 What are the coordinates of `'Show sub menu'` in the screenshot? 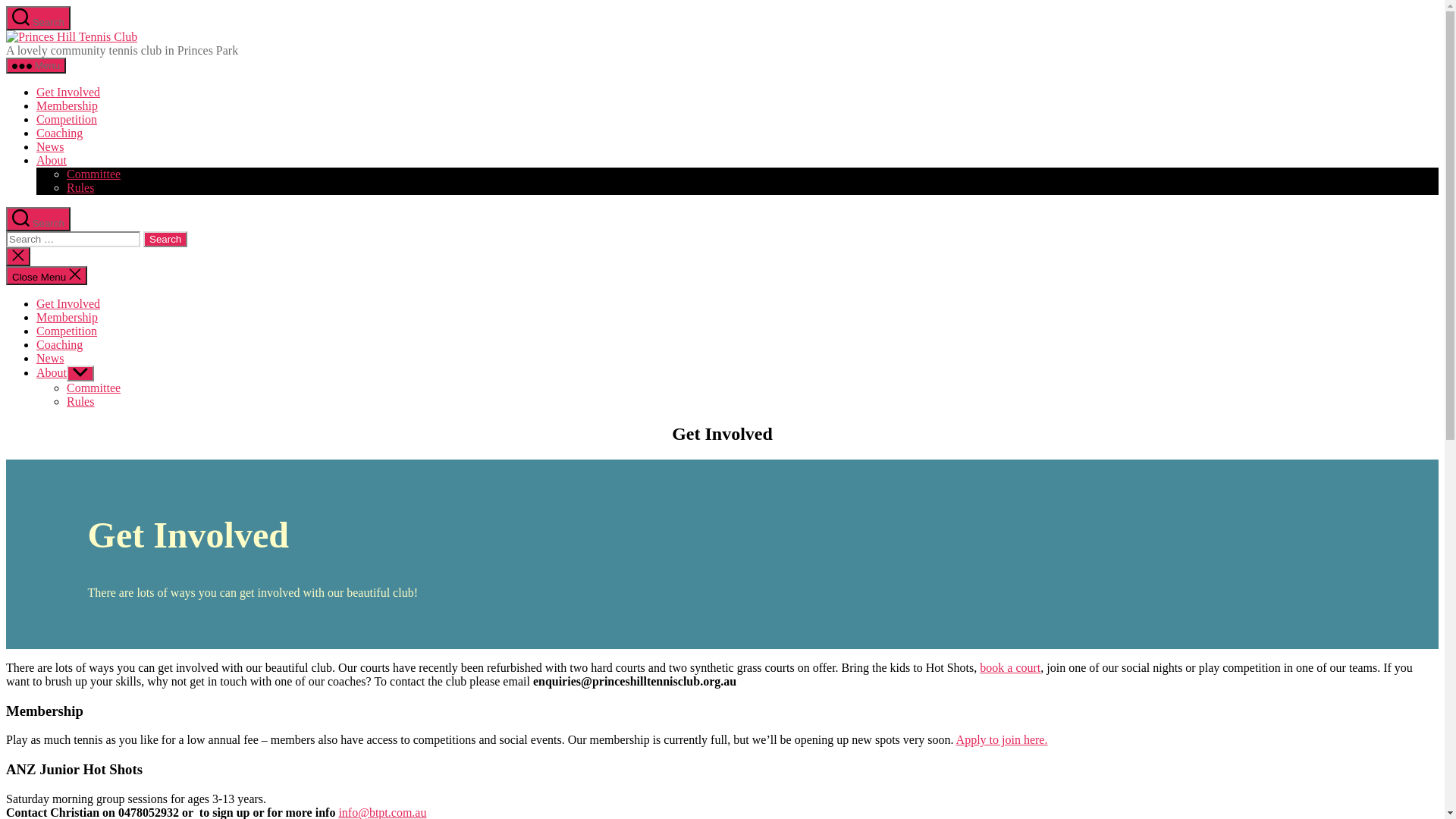 It's located at (79, 373).